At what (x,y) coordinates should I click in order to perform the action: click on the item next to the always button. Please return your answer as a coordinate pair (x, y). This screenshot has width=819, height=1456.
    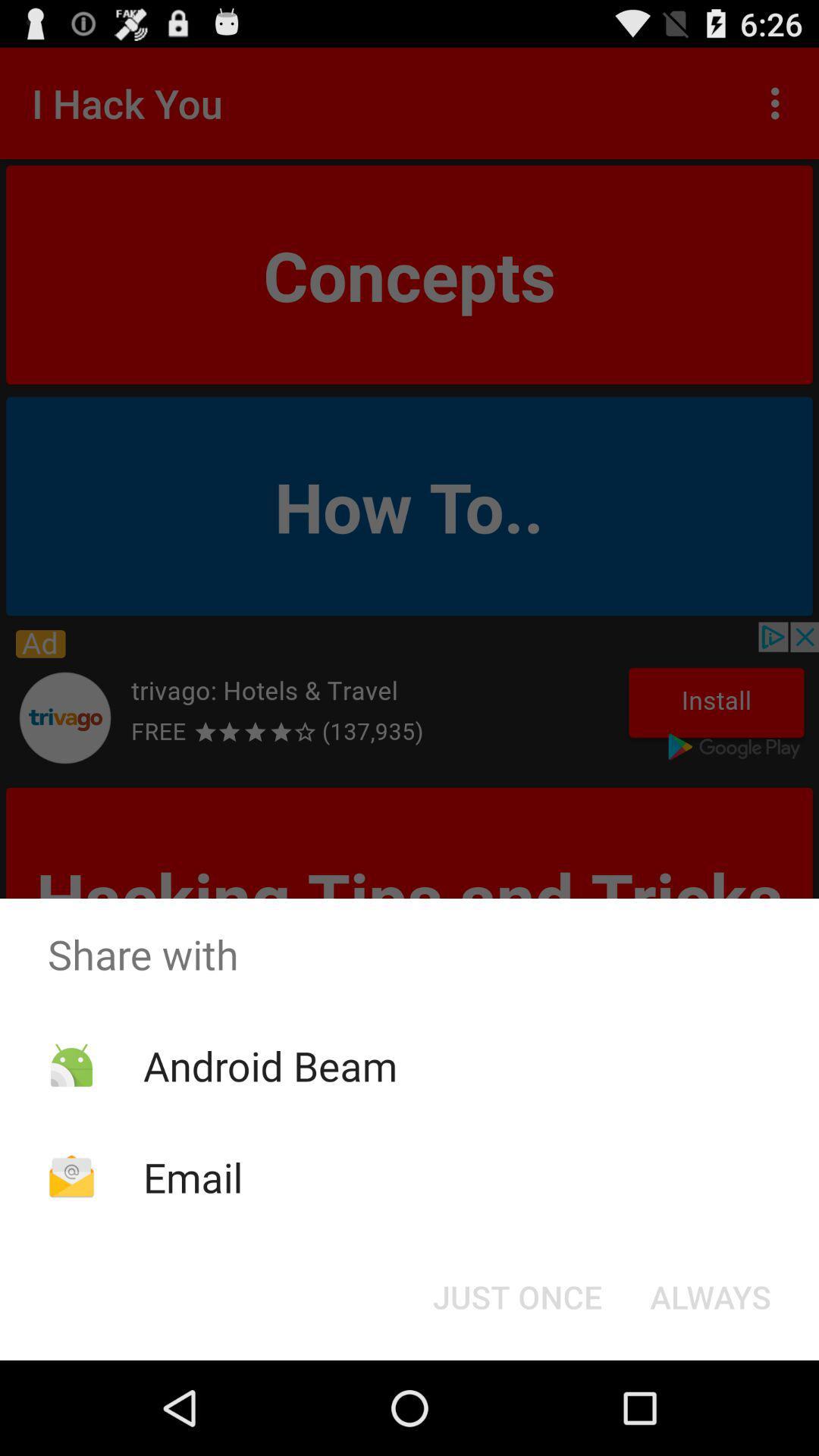
    Looking at the image, I should click on (516, 1295).